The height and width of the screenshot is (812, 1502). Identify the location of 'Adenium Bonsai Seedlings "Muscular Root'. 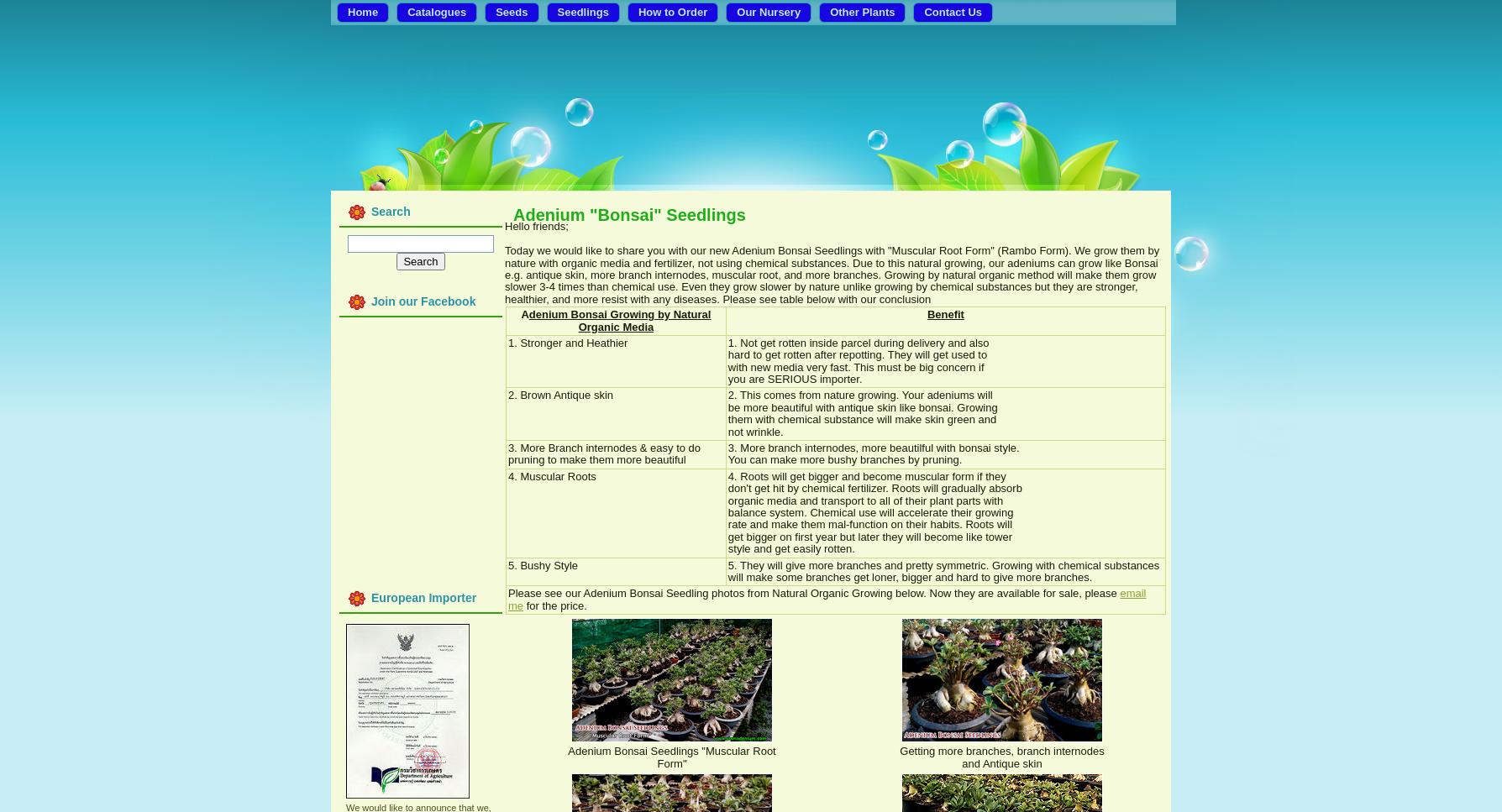
(670, 751).